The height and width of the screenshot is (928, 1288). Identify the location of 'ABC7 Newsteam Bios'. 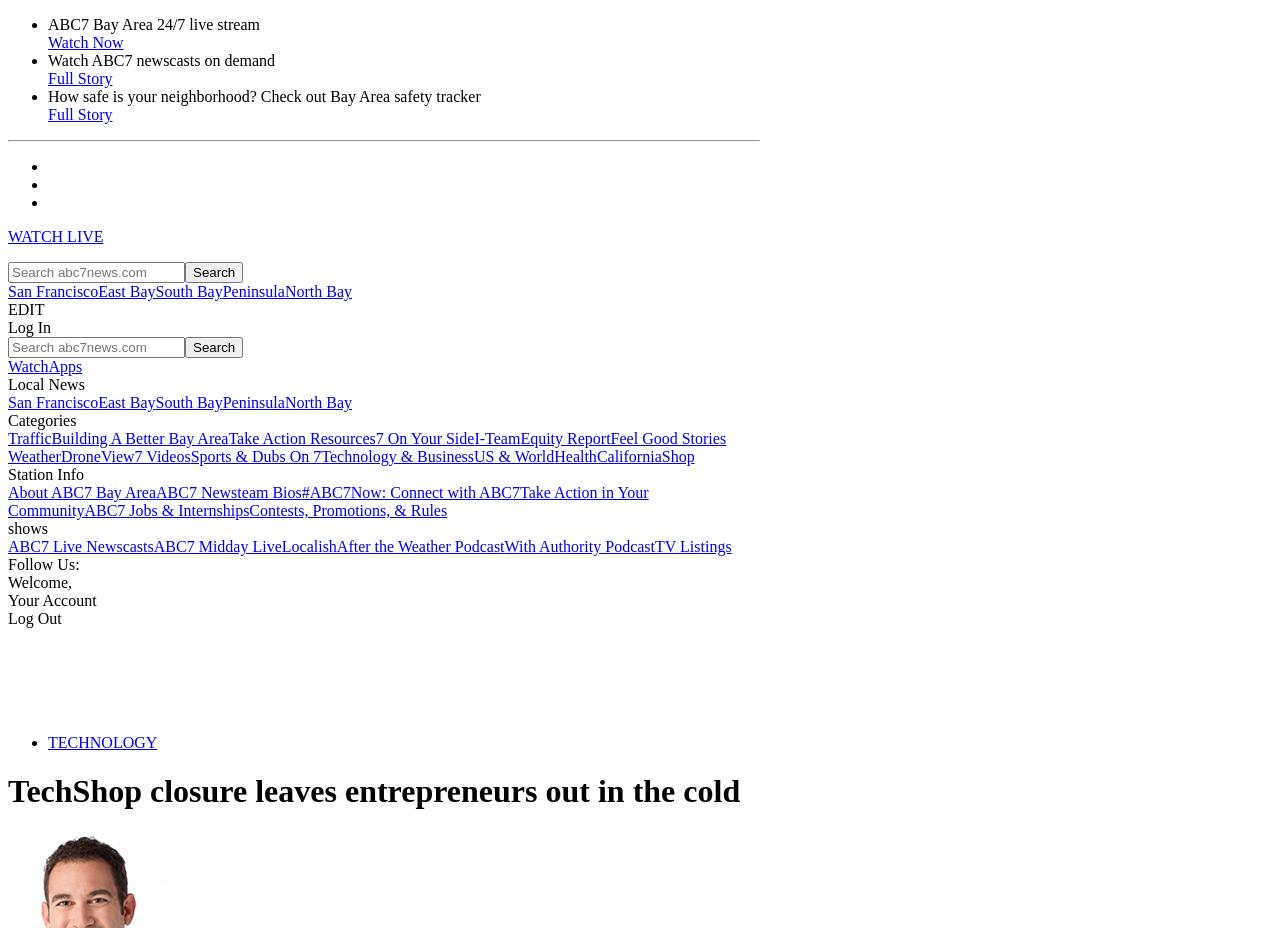
(228, 491).